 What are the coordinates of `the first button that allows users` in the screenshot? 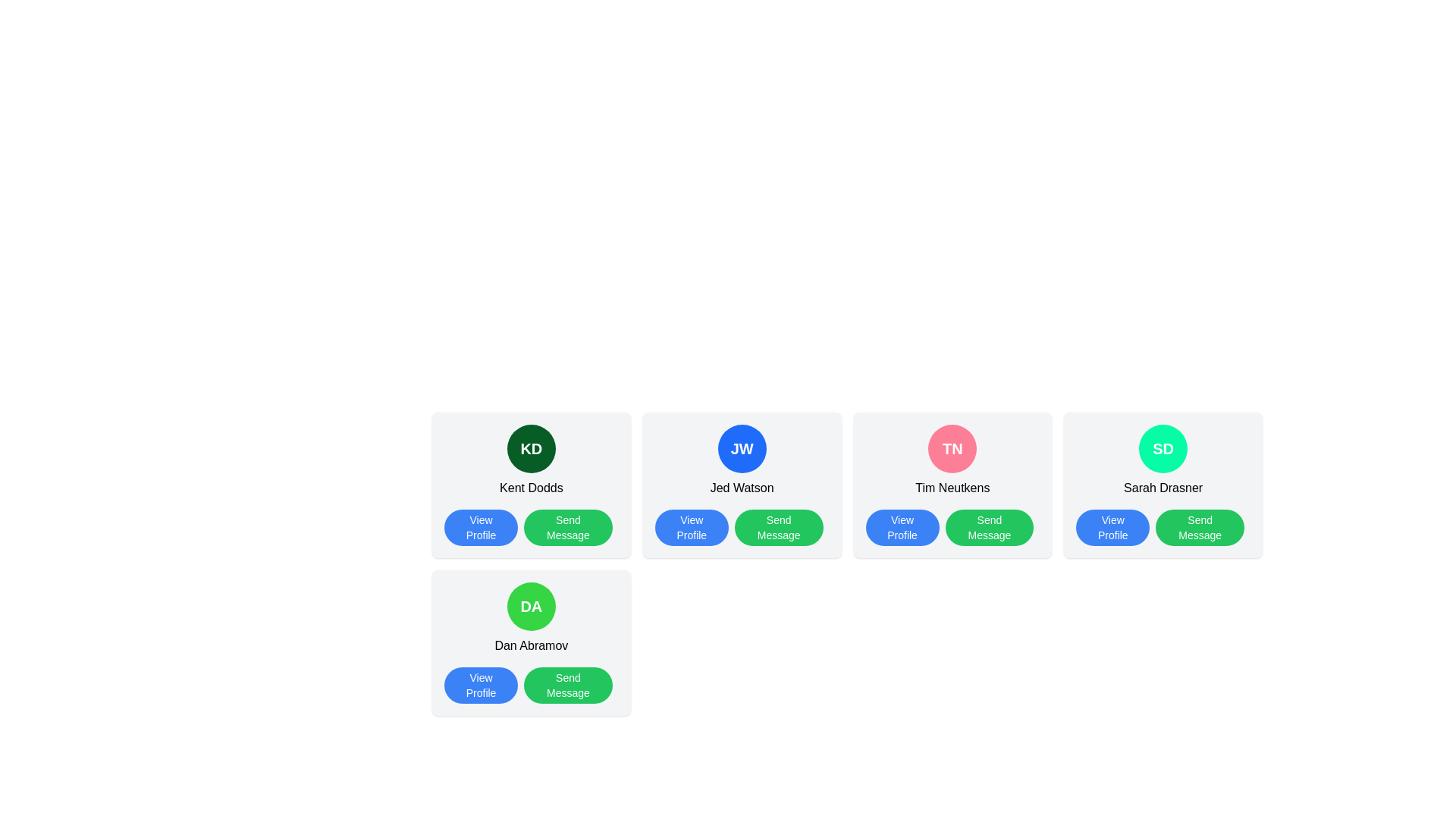 It's located at (480, 526).